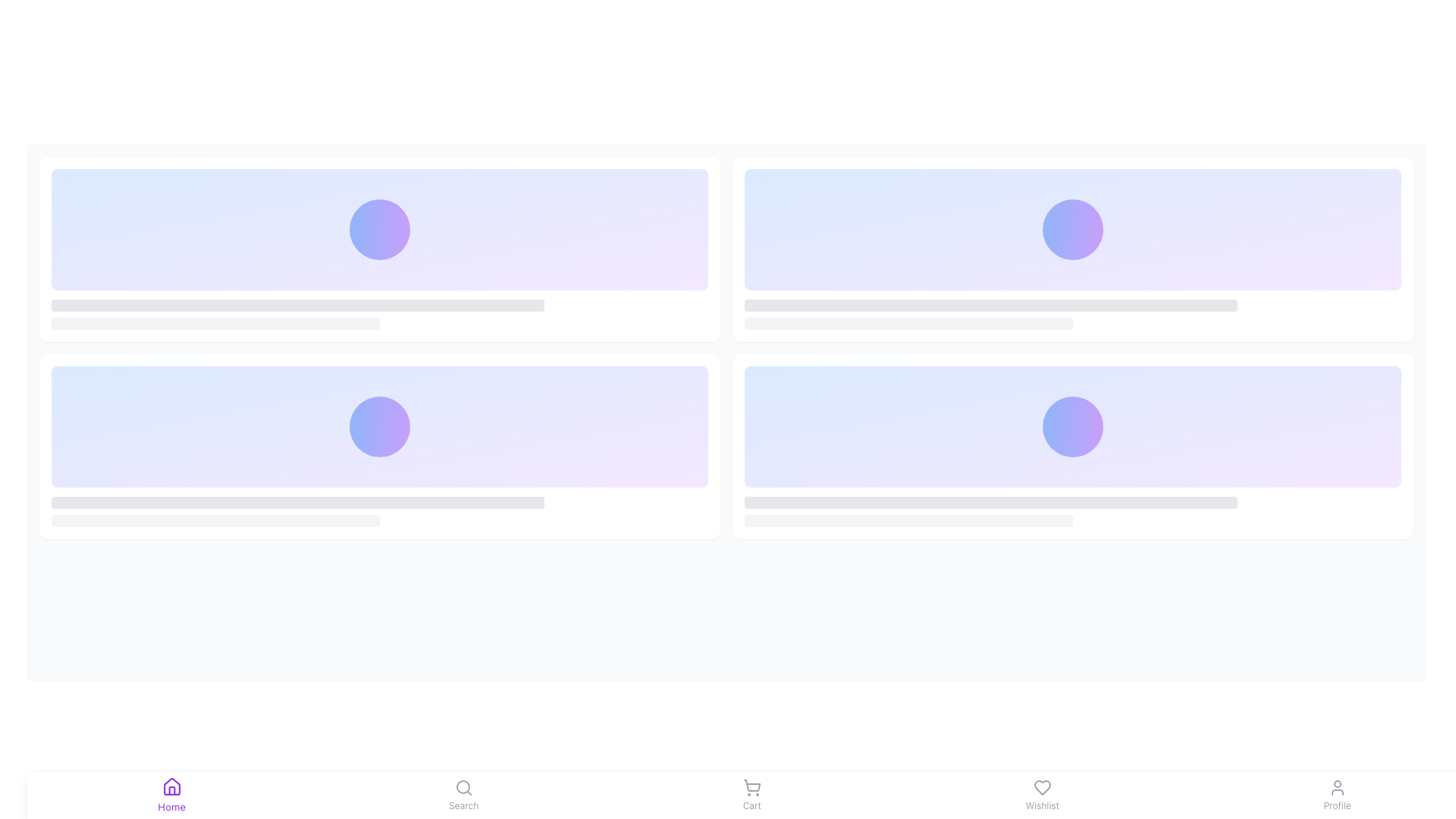 Image resolution: width=1456 pixels, height=819 pixels. I want to click on the white card with rounded corners and shadow effect located in the bottom-right cell of a 2x2 grid for more information, so click(1072, 446).